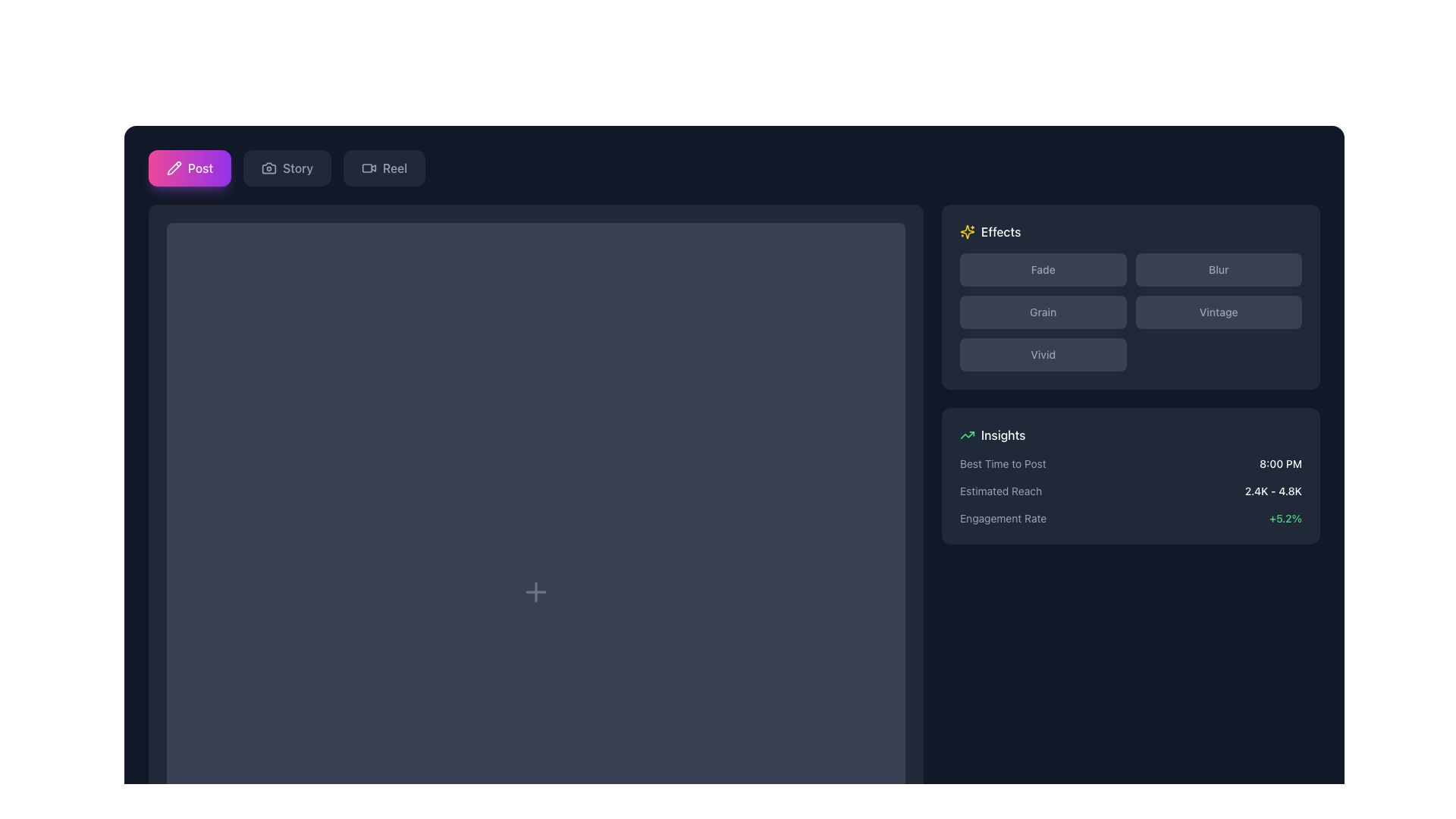 This screenshot has height=819, width=1456. Describe the element at coordinates (1042, 268) in the screenshot. I see `the 'Fade' button located at the top-left corner of the effects options grid, which has a dark gray background and light gray text` at that location.